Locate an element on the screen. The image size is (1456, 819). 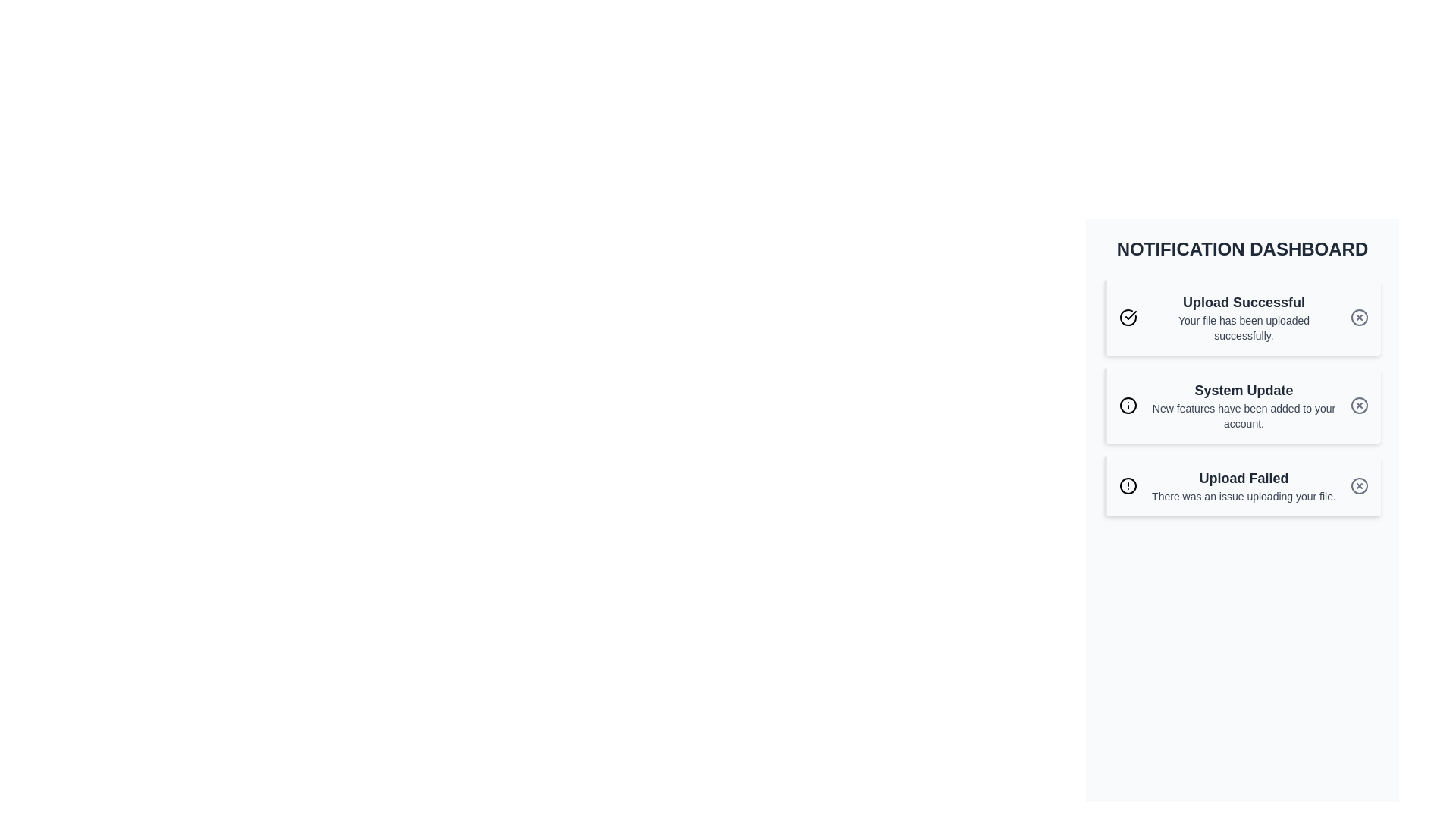
the third error notification in the 'Notification Dashboard' section is located at coordinates (1242, 485).